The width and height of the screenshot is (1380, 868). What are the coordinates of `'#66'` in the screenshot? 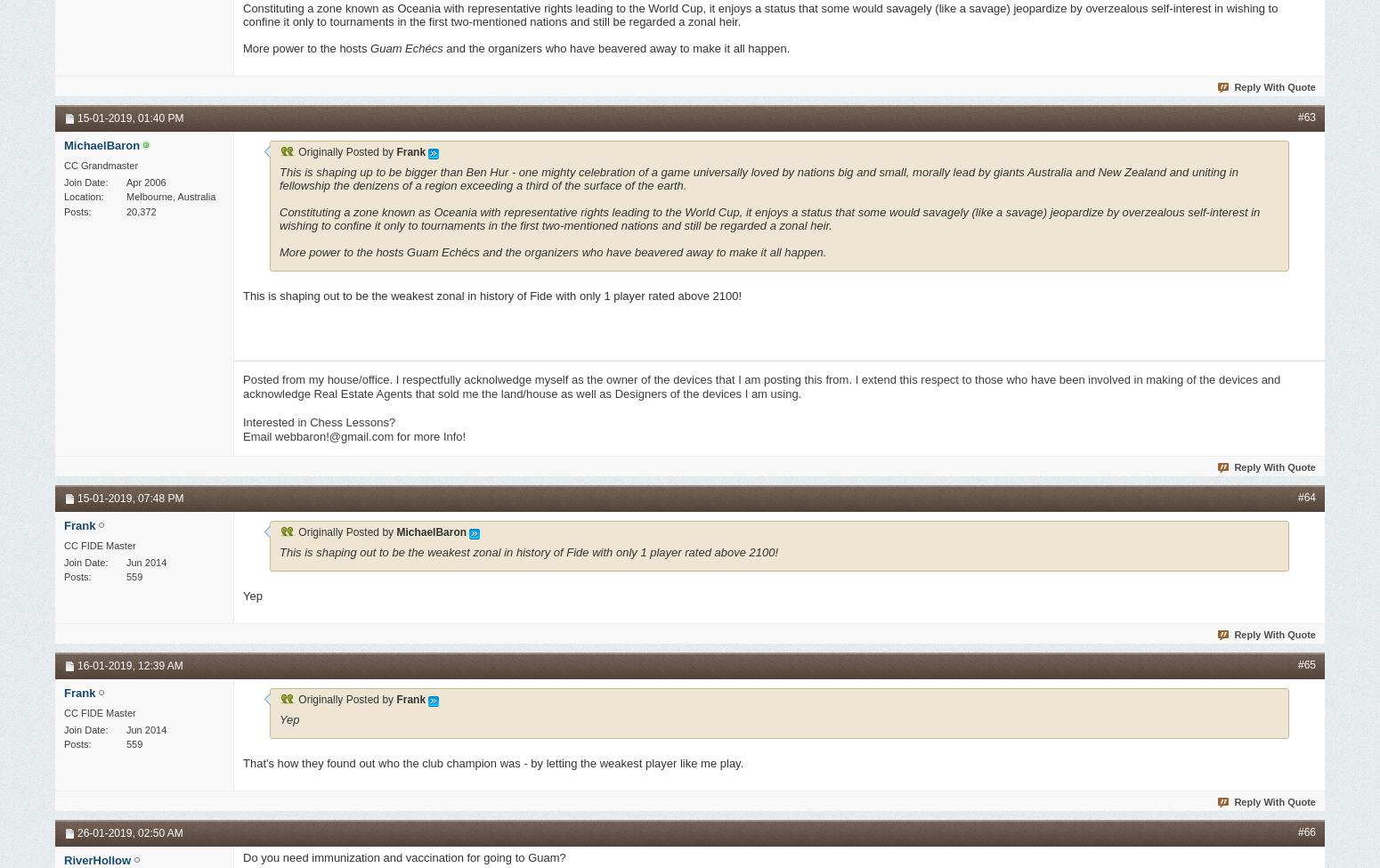 It's located at (1305, 831).